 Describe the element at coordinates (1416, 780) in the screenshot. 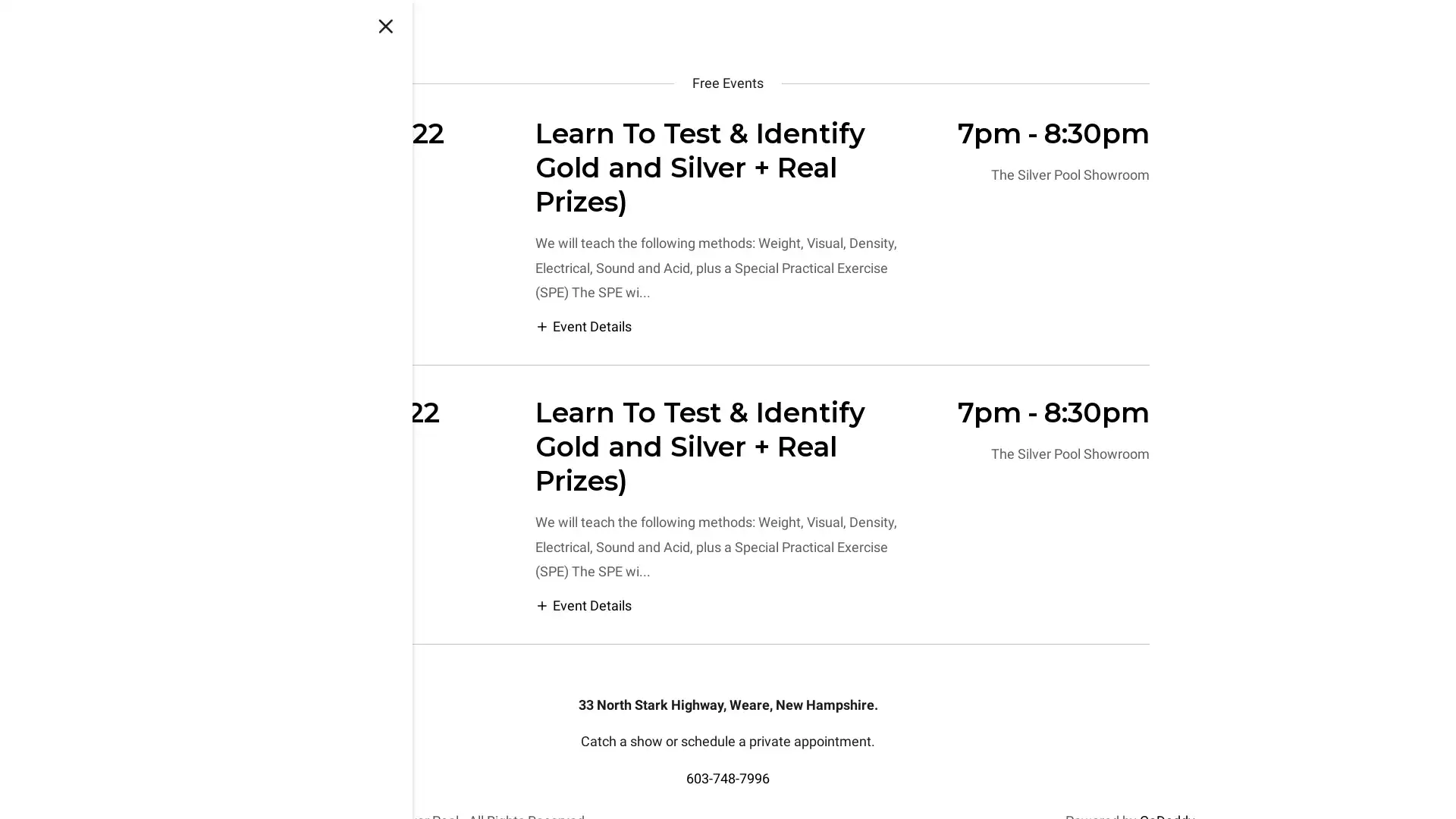

I see `Chat widget toggle` at that location.